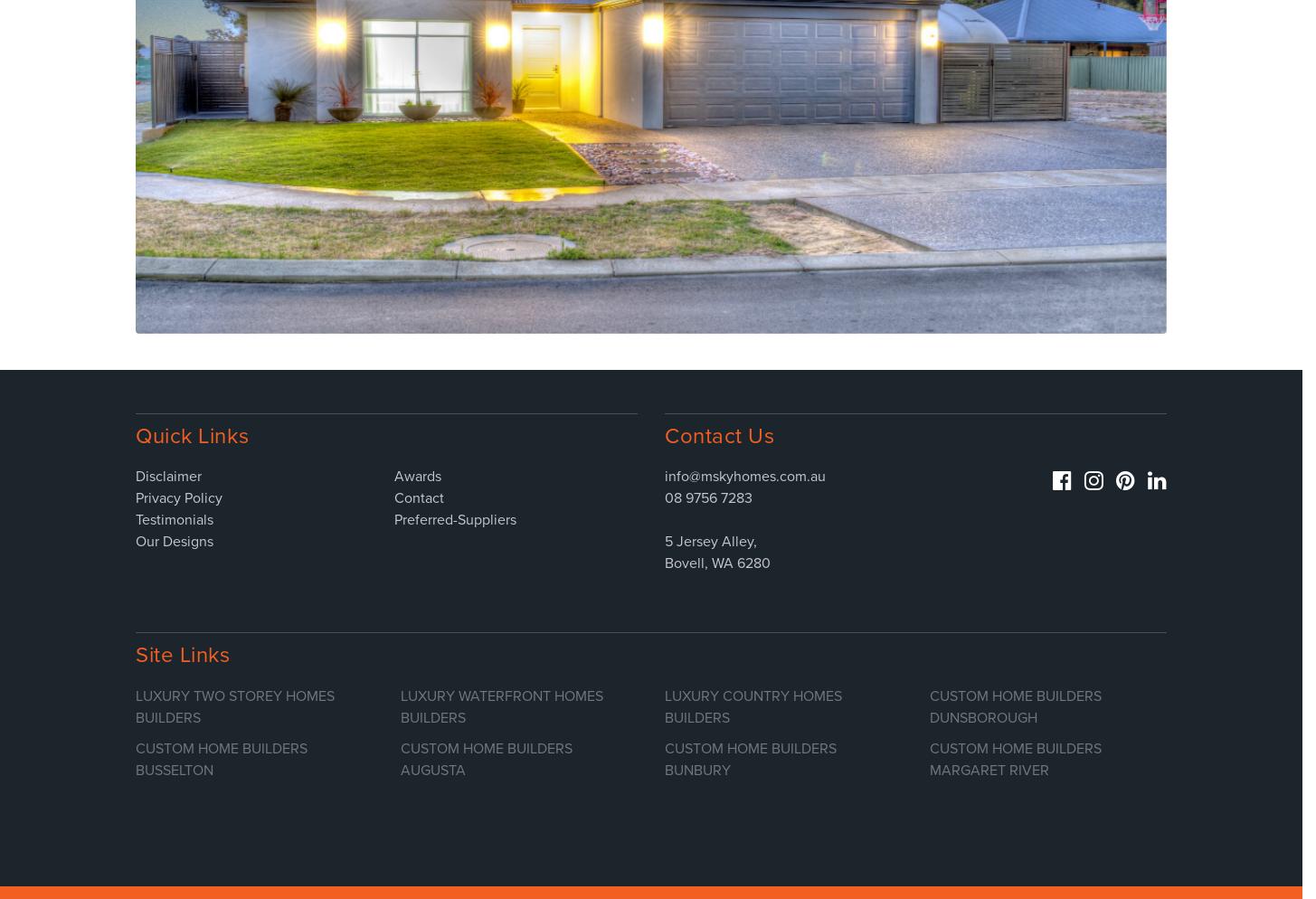 This screenshot has height=899, width=1316. What do you see at coordinates (168, 477) in the screenshot?
I see `'Disclaimer'` at bounding box center [168, 477].